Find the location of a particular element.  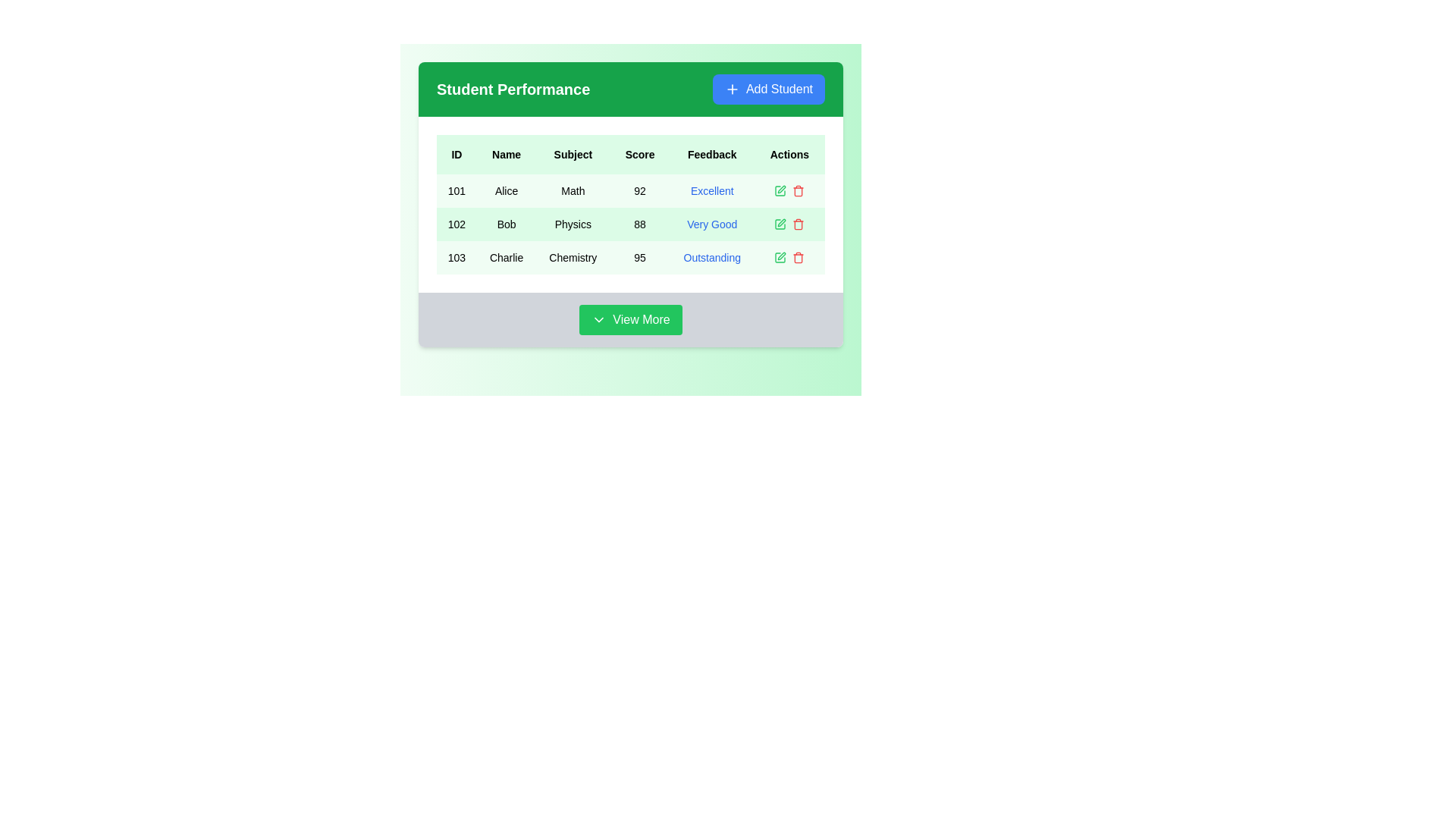

the text 'Charlie' in the second cell of the third row under the 'Name' header by dragging from the center point of the cell is located at coordinates (507, 256).